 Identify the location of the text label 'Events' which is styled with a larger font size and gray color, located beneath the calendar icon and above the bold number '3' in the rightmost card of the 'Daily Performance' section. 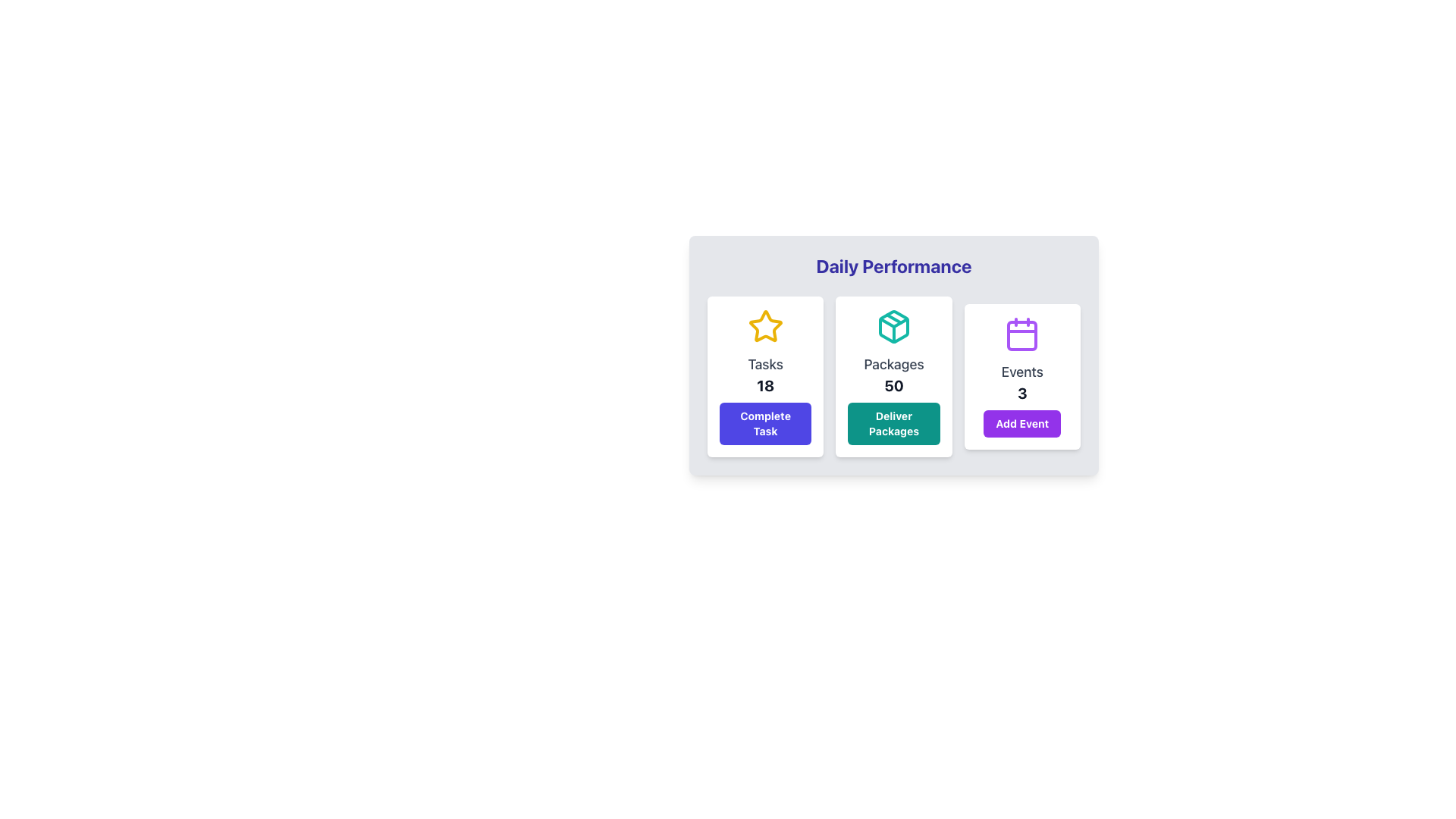
(1022, 372).